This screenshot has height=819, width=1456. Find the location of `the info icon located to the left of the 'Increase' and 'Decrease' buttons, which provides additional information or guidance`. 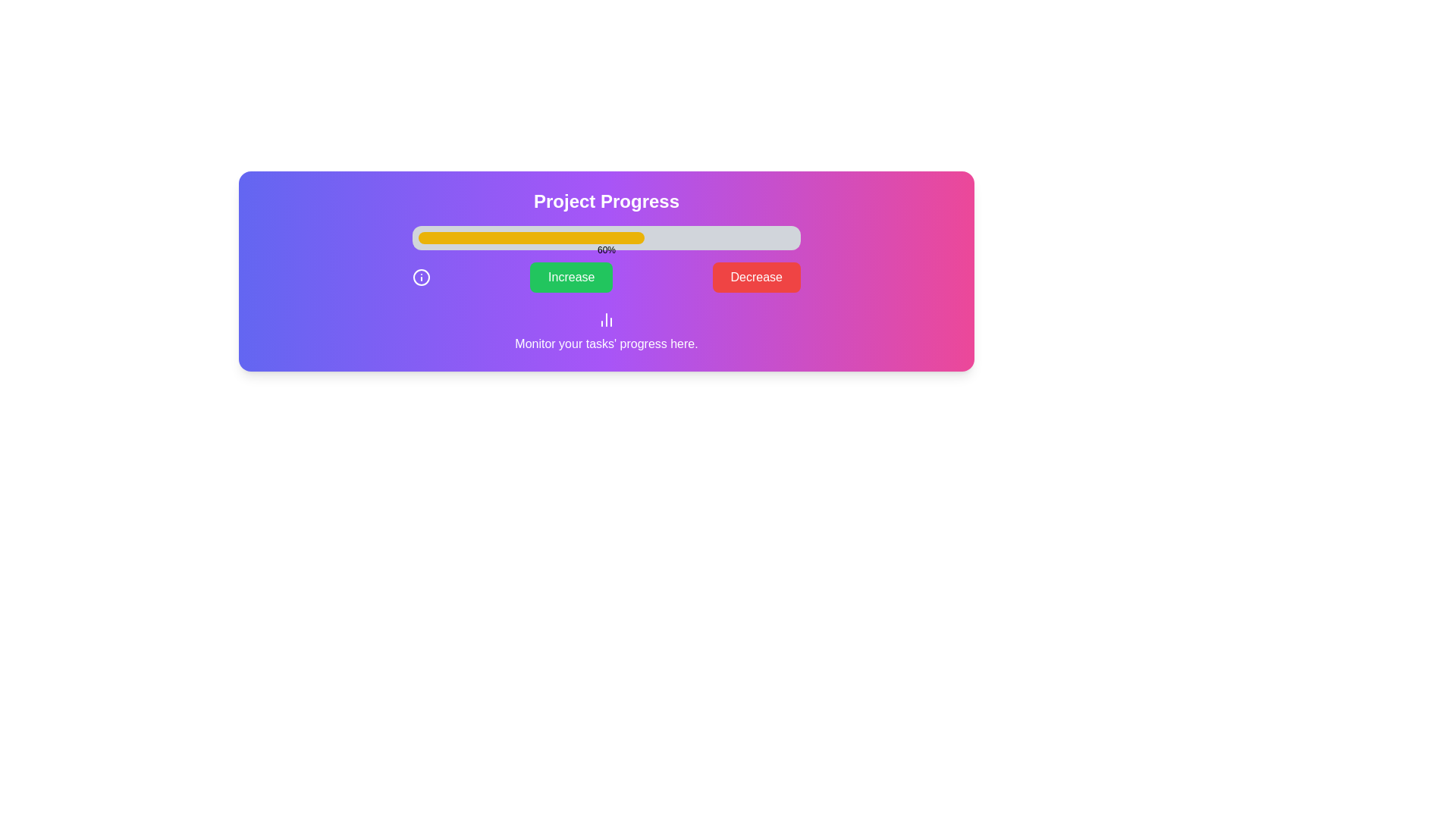

the info icon located to the left of the 'Increase' and 'Decrease' buttons, which provides additional information or guidance is located at coordinates (422, 278).